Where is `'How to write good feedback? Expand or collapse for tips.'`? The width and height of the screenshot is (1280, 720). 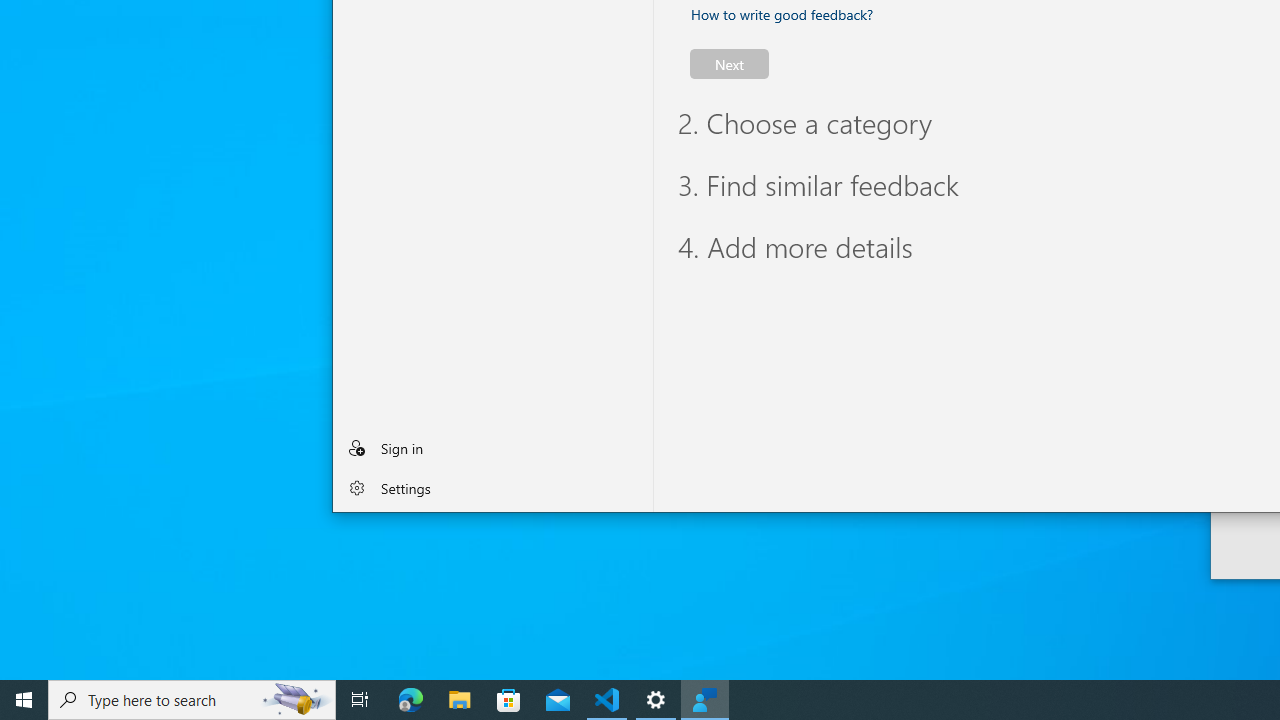 'How to write good feedback? Expand or collapse for tips.' is located at coordinates (781, 14).